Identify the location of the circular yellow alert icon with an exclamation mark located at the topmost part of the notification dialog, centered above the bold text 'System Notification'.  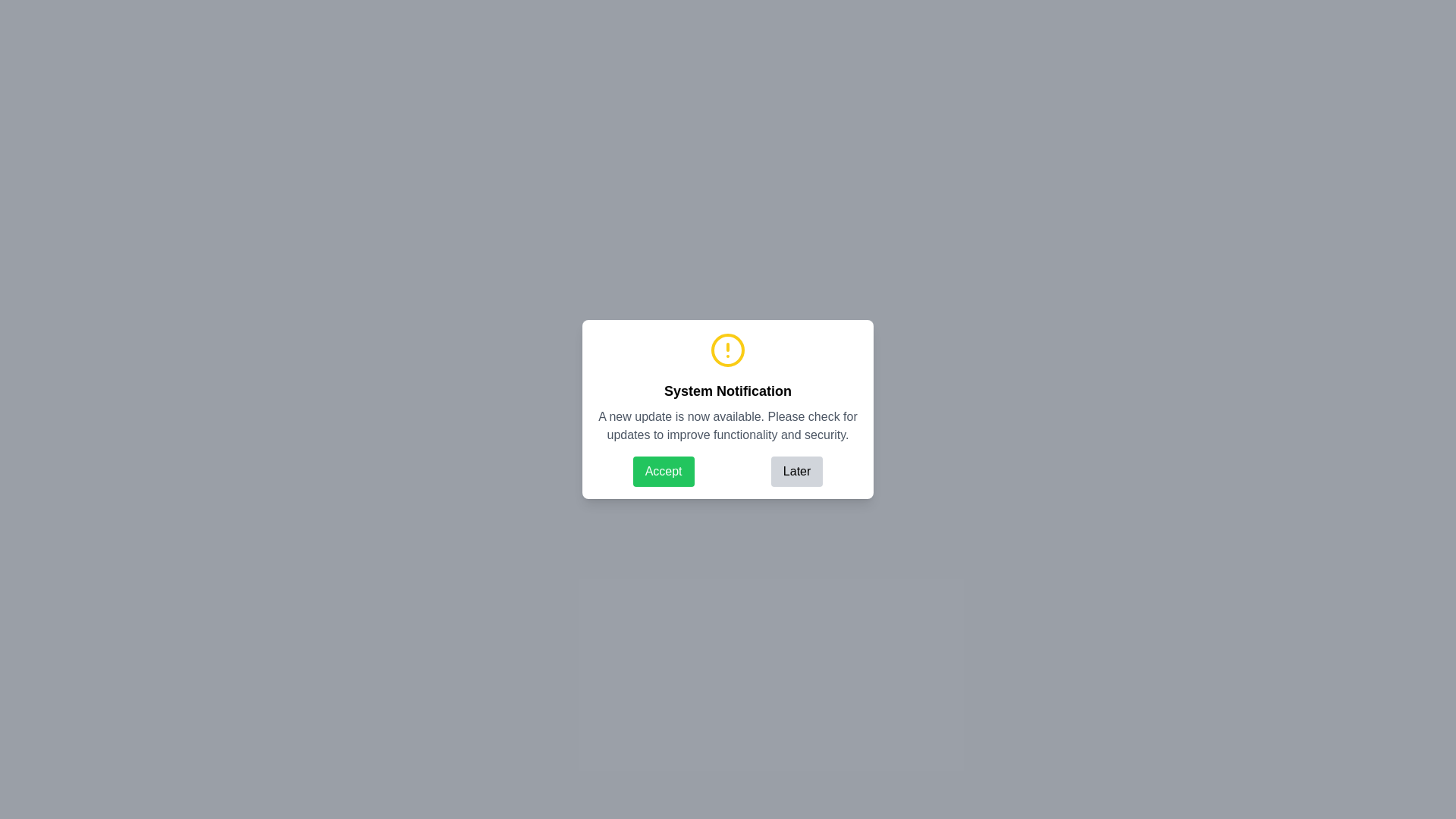
(728, 350).